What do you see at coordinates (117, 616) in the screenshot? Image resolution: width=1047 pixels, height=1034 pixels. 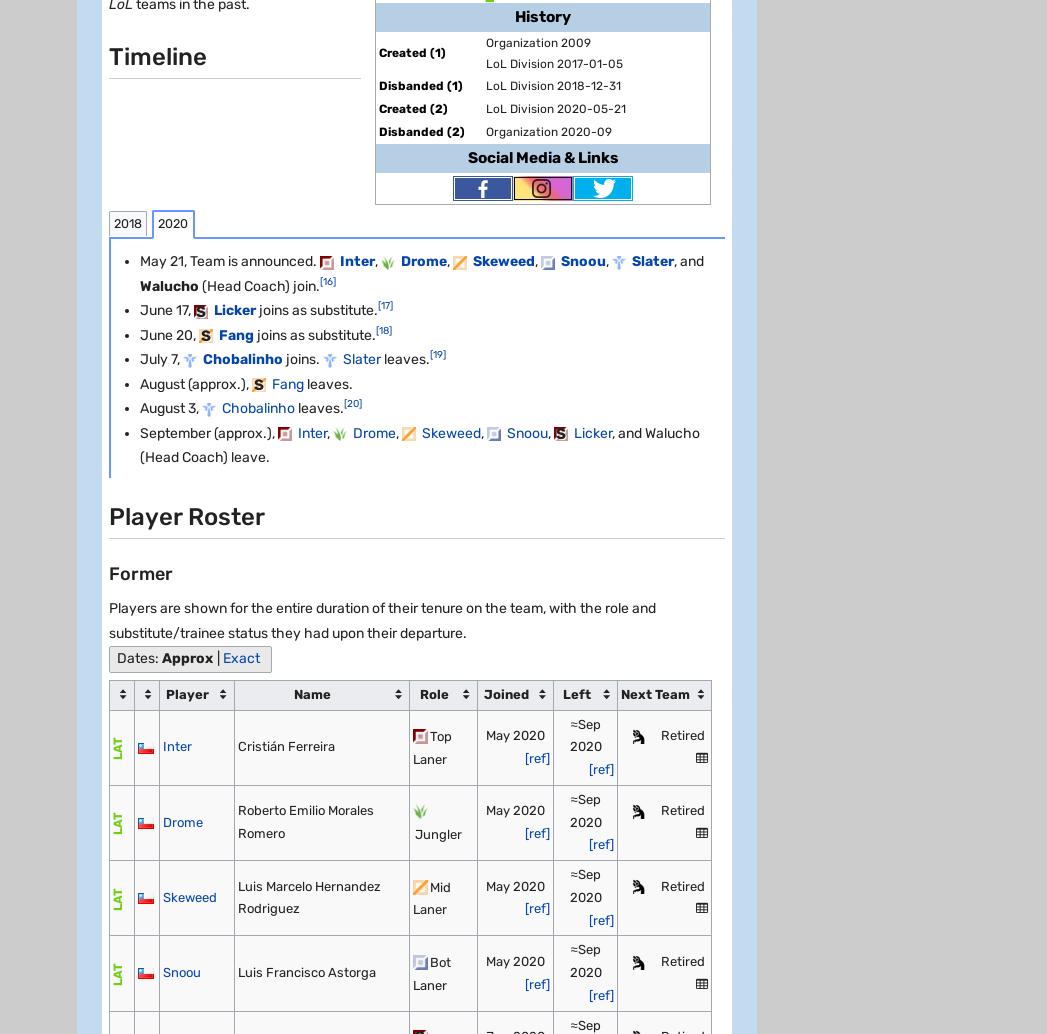 I see `'Follow Us'` at bounding box center [117, 616].